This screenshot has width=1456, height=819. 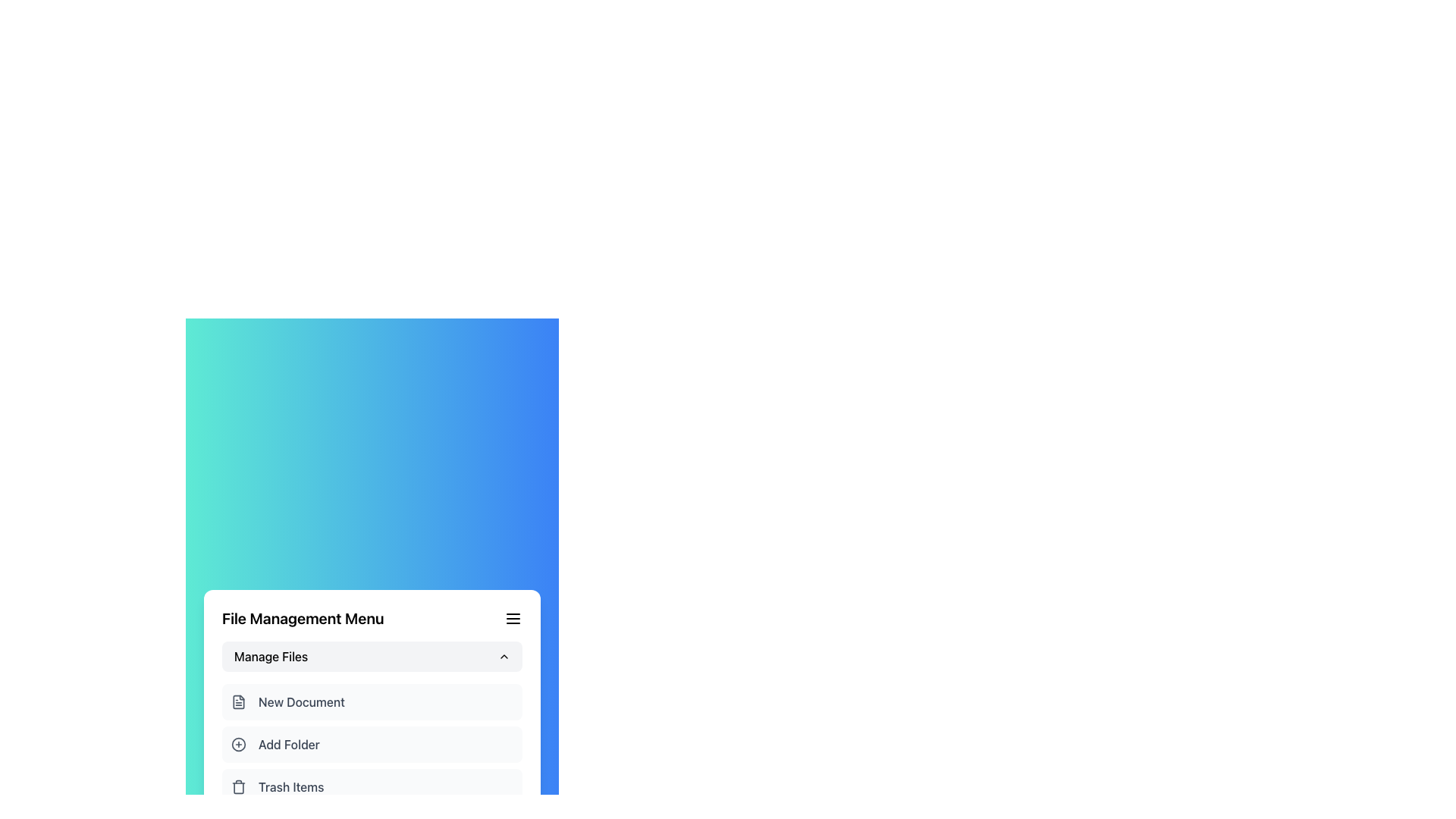 I want to click on the 'New Document' icon in the 'File Management Menu' to visually recognize the action for creating a new document, so click(x=238, y=701).